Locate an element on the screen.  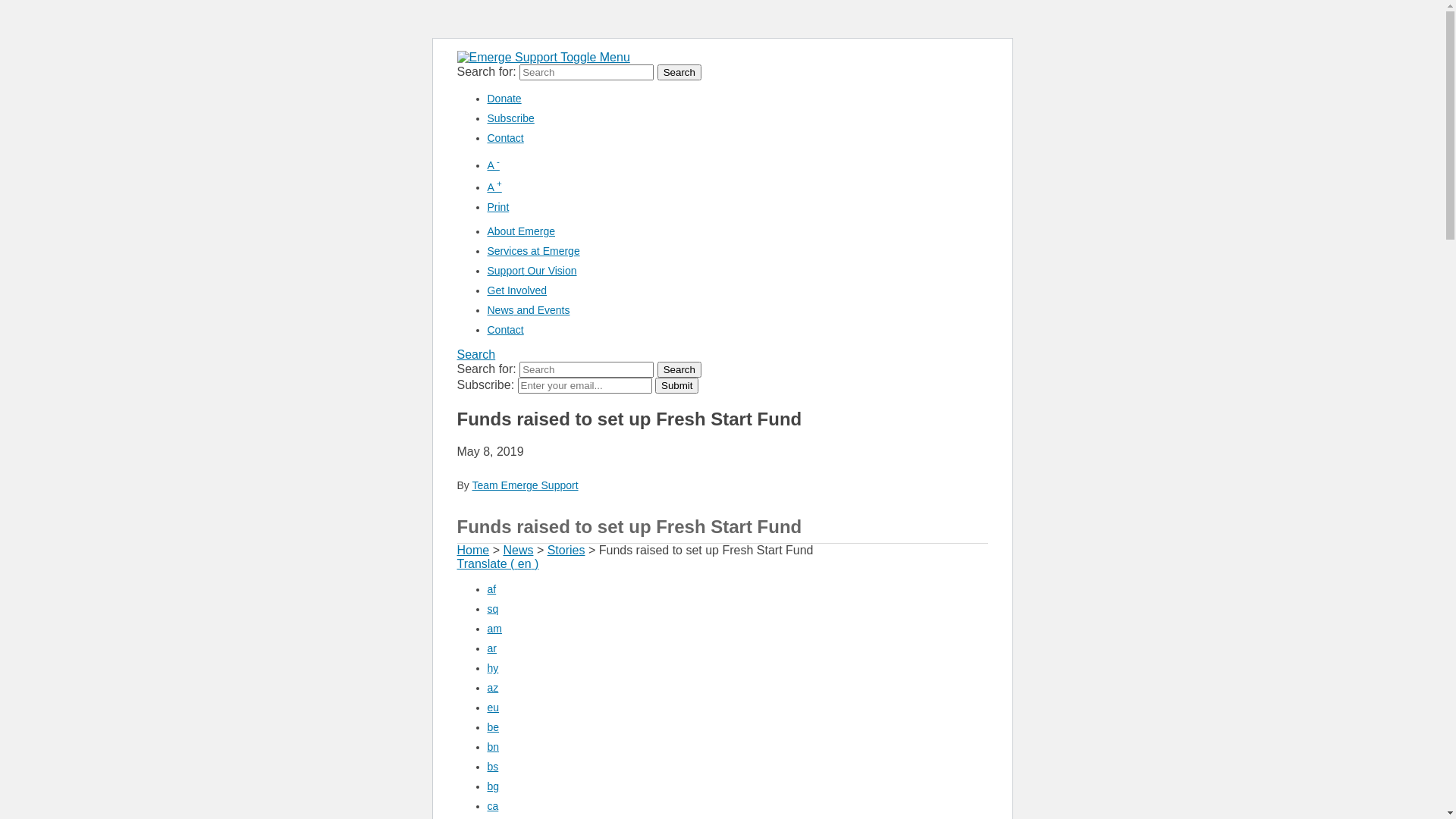
'News and Events' is located at coordinates (528, 309).